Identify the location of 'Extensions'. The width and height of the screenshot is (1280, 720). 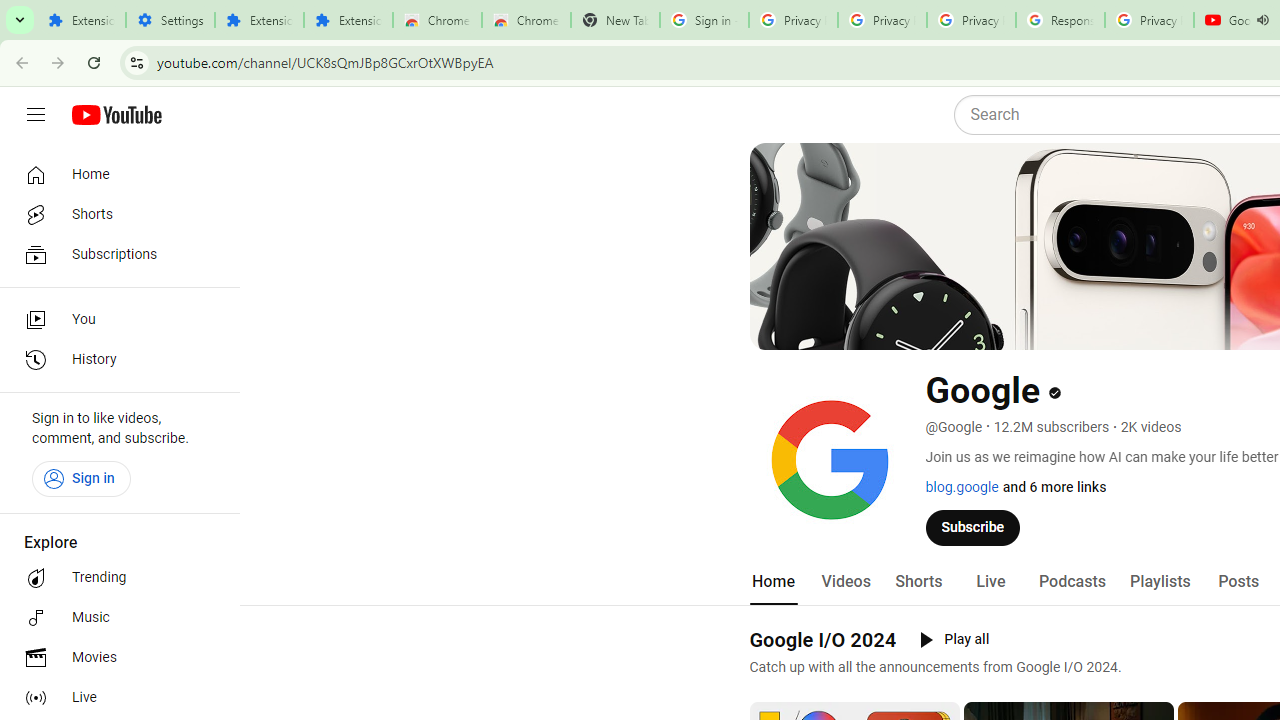
(348, 20).